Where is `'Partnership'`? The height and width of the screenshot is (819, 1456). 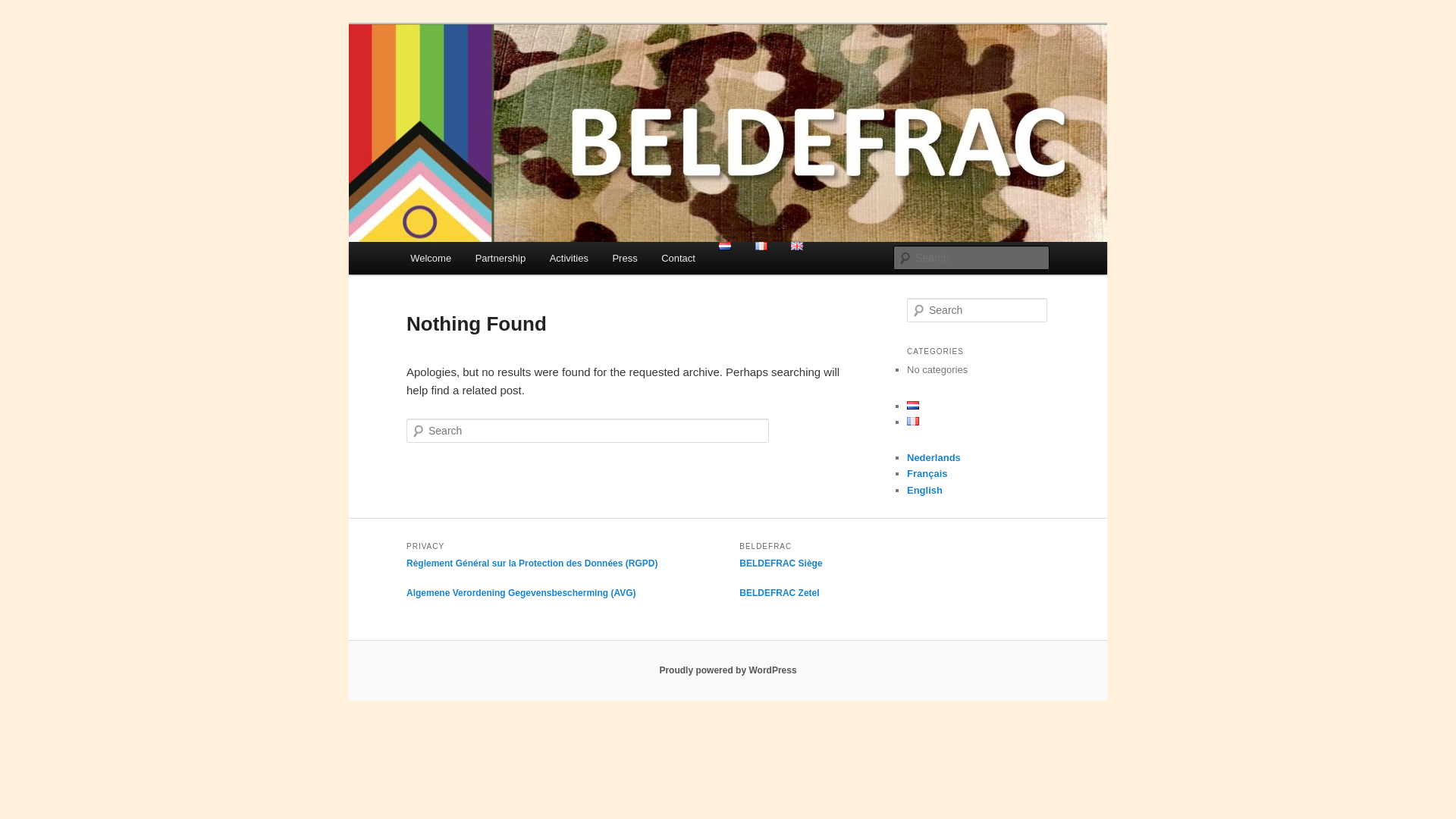 'Partnership' is located at coordinates (500, 257).